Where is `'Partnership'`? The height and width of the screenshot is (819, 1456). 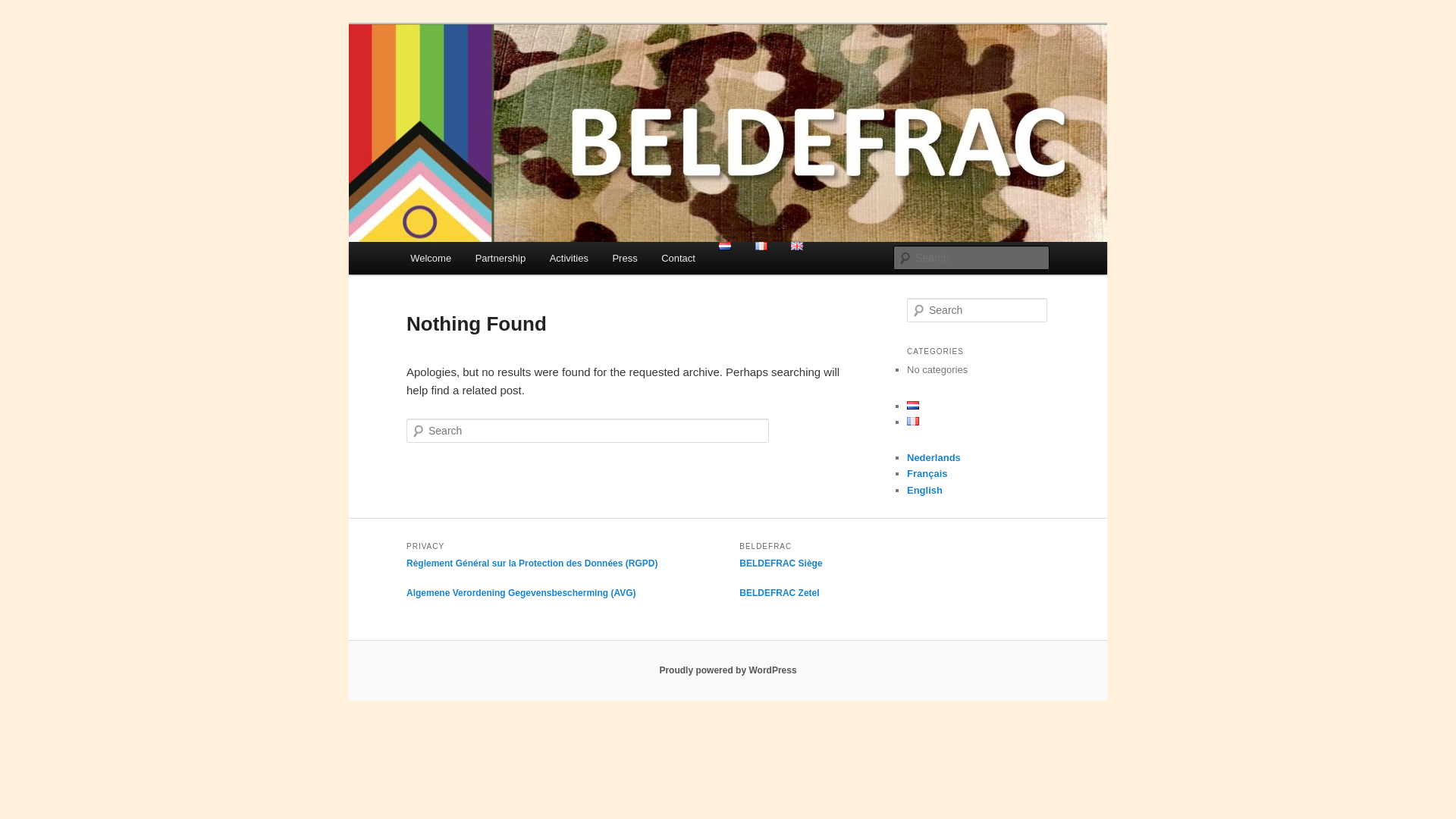 'Partnership' is located at coordinates (500, 257).